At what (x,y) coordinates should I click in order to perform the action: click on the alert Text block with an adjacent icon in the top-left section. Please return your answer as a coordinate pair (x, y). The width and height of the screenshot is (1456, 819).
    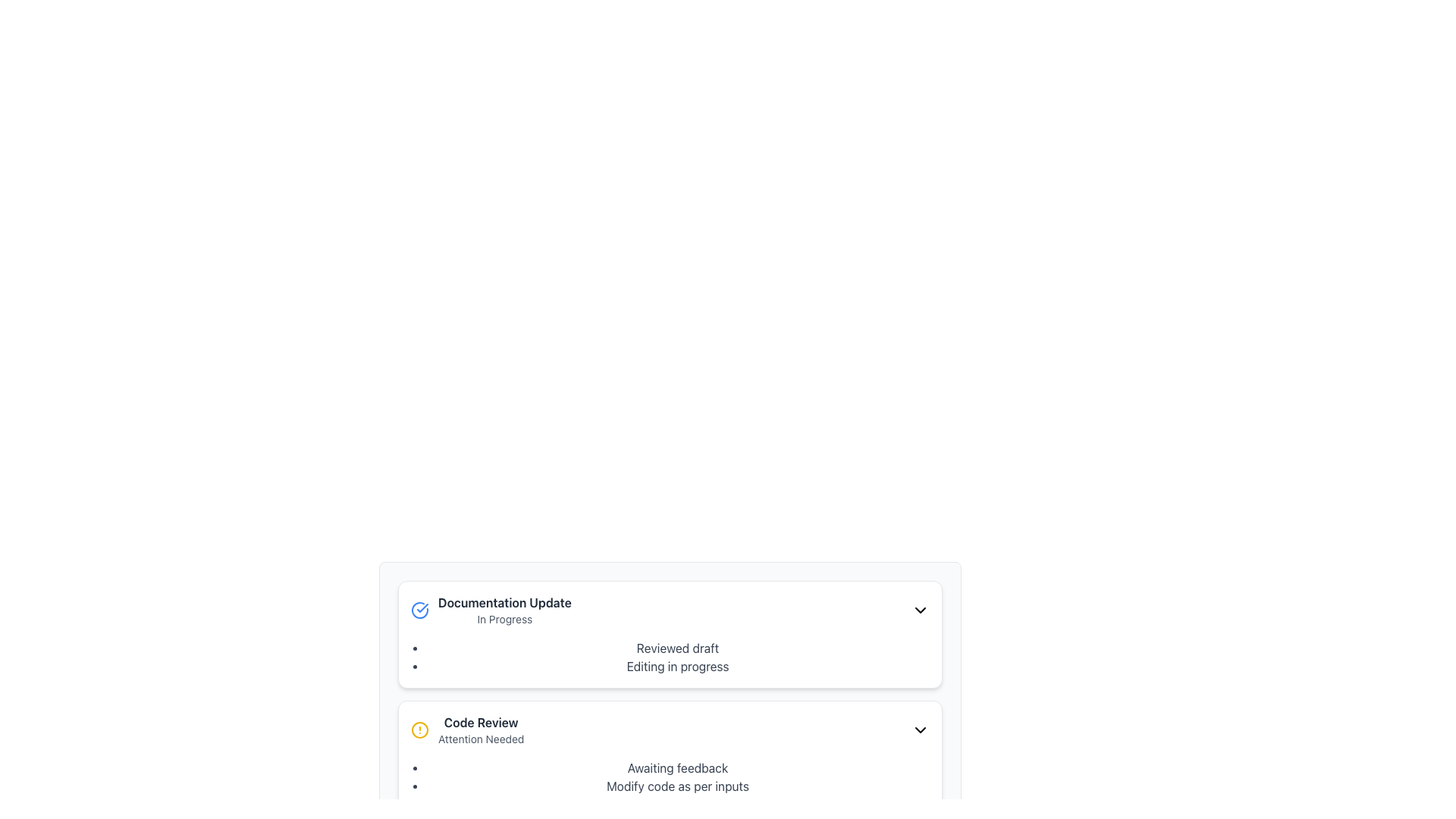
    Looking at the image, I should click on (466, 730).